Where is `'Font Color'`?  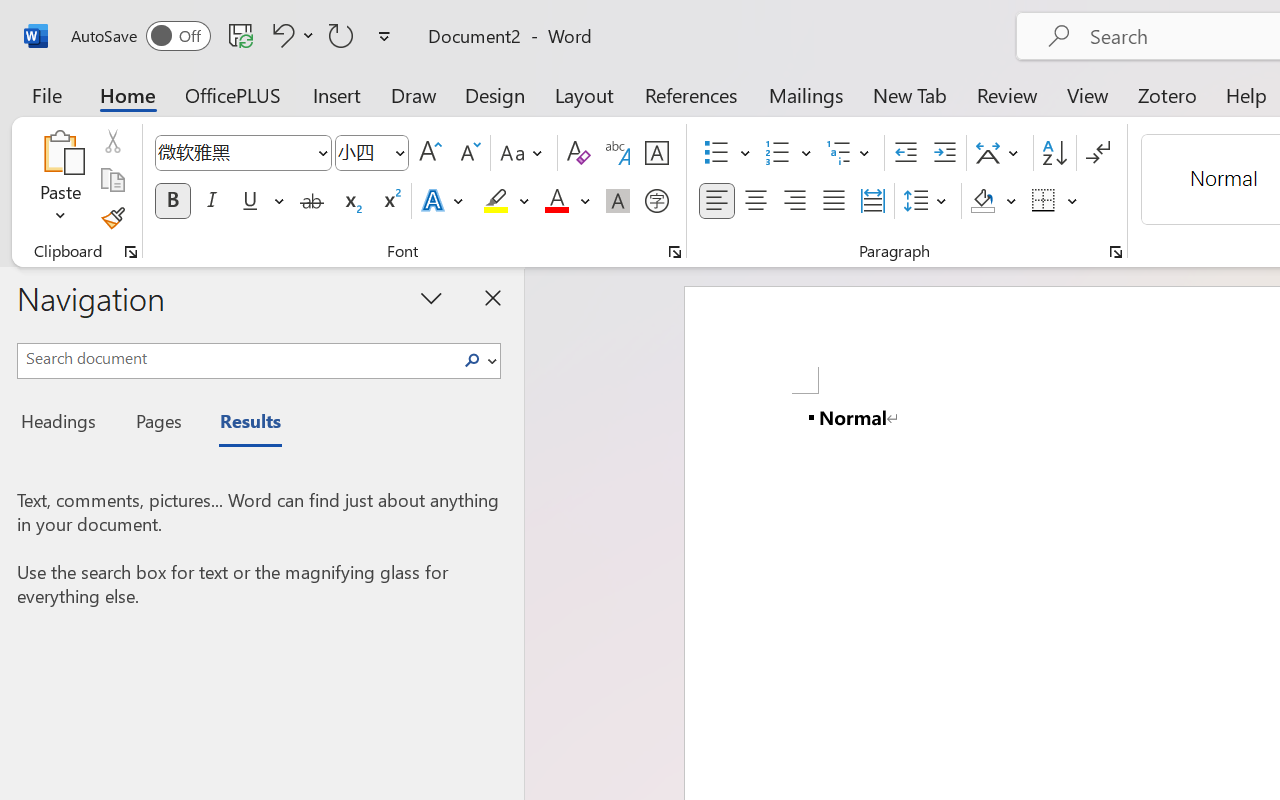 'Font Color' is located at coordinates (566, 201).